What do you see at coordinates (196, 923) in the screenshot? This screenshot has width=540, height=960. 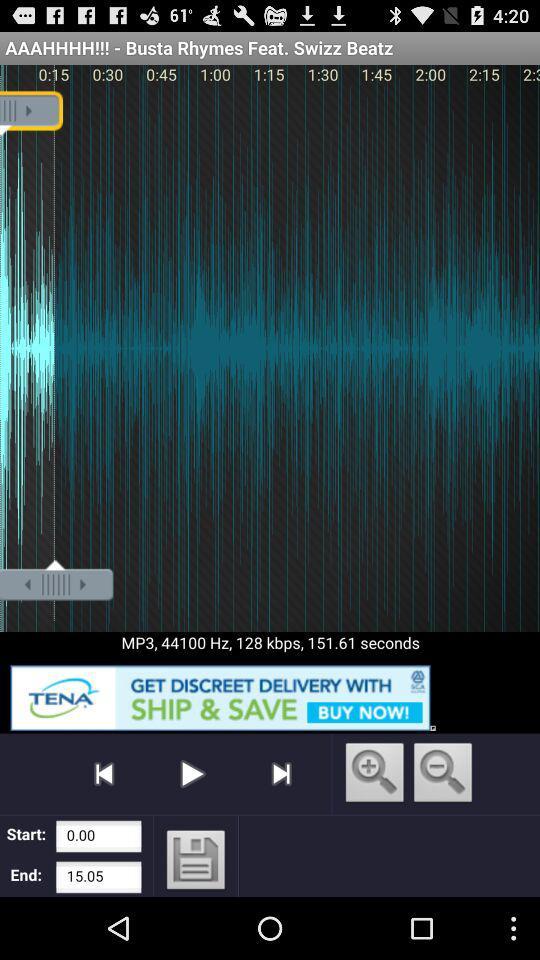 I see `the save icon` at bounding box center [196, 923].